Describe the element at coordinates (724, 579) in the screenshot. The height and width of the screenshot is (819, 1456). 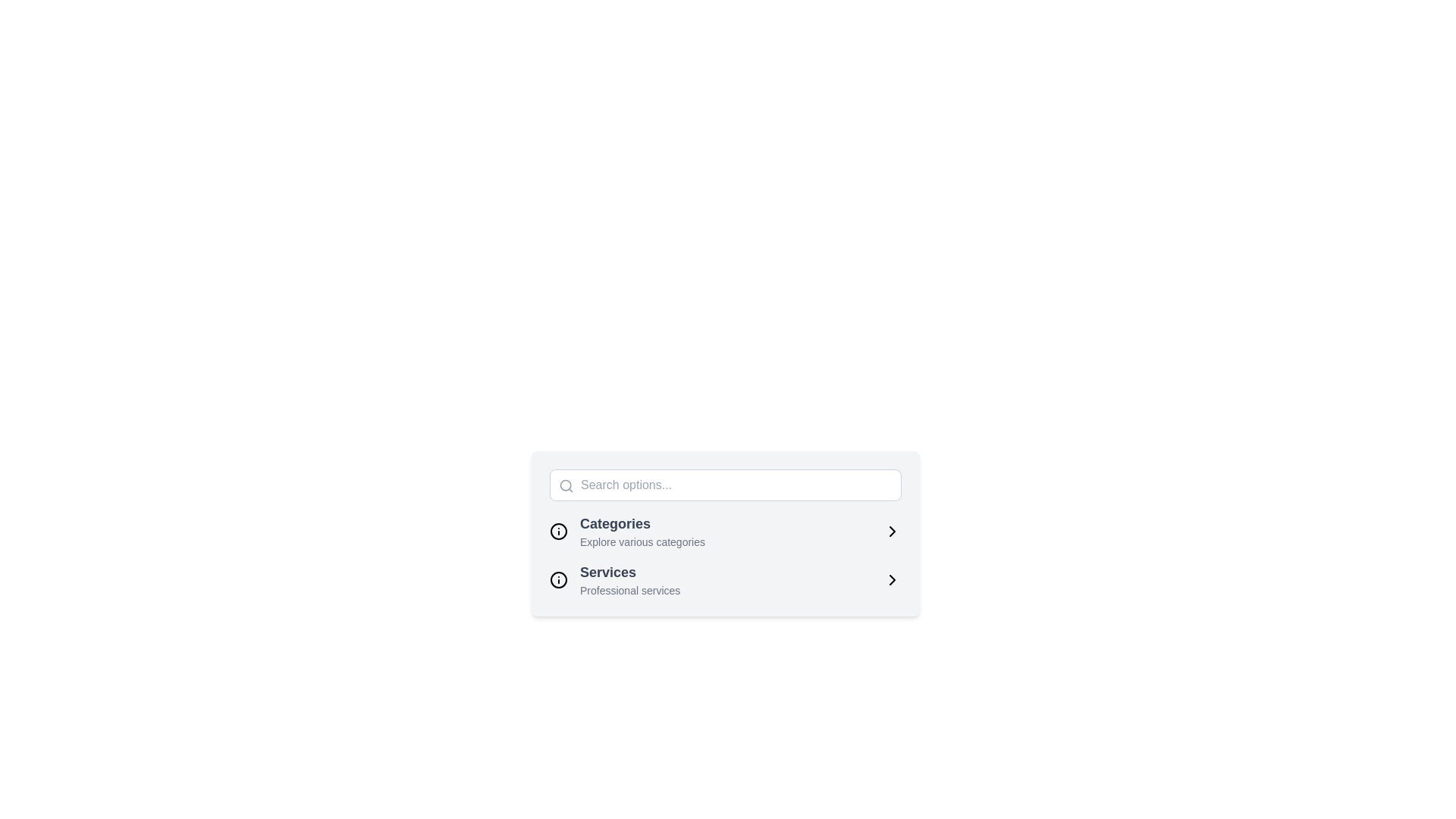
I see `the 'Services' clickable list item, which is the second item in the vertical list below the 'Categories' section` at that location.